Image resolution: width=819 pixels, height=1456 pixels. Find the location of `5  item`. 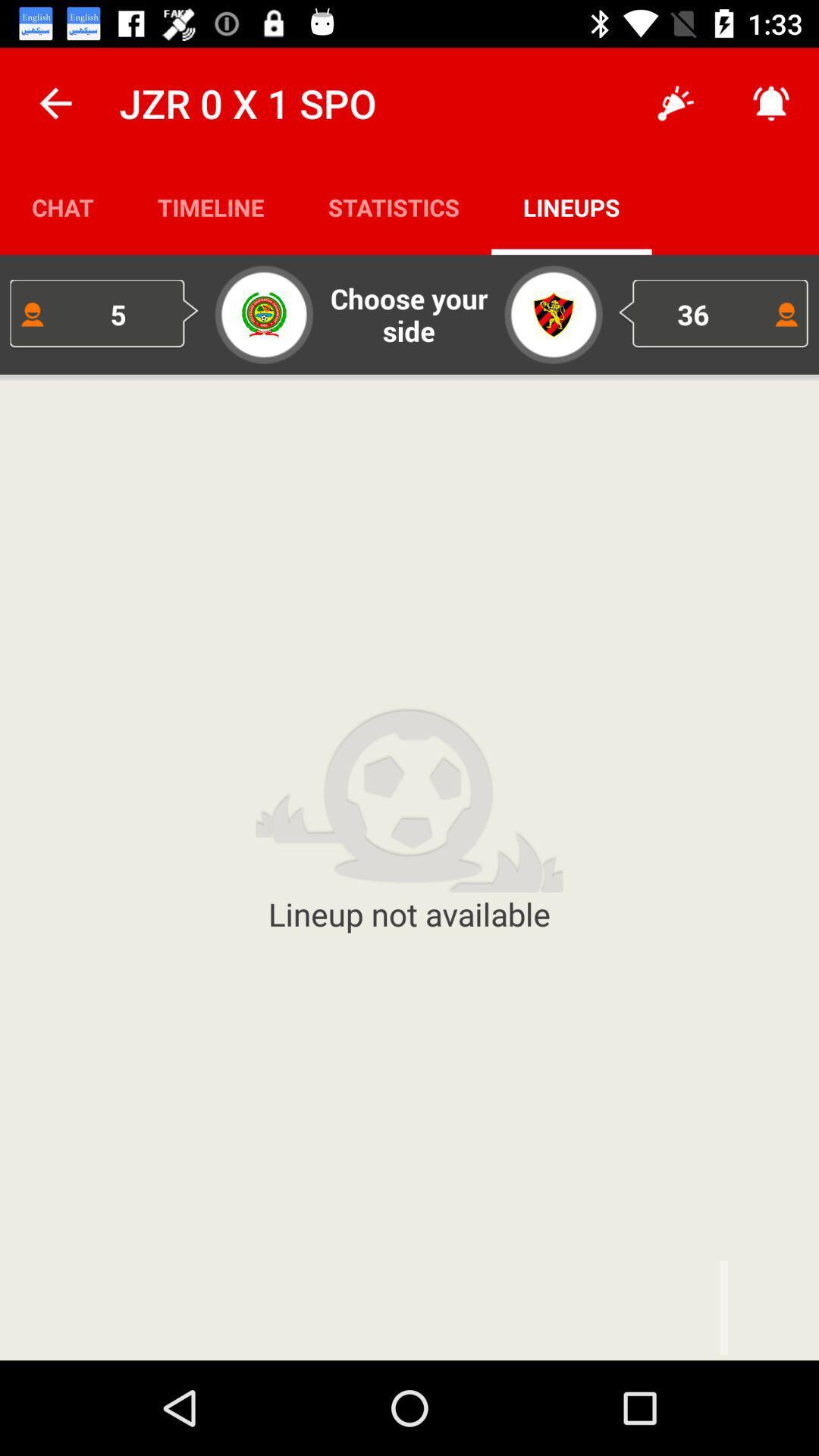

5  item is located at coordinates (104, 313).